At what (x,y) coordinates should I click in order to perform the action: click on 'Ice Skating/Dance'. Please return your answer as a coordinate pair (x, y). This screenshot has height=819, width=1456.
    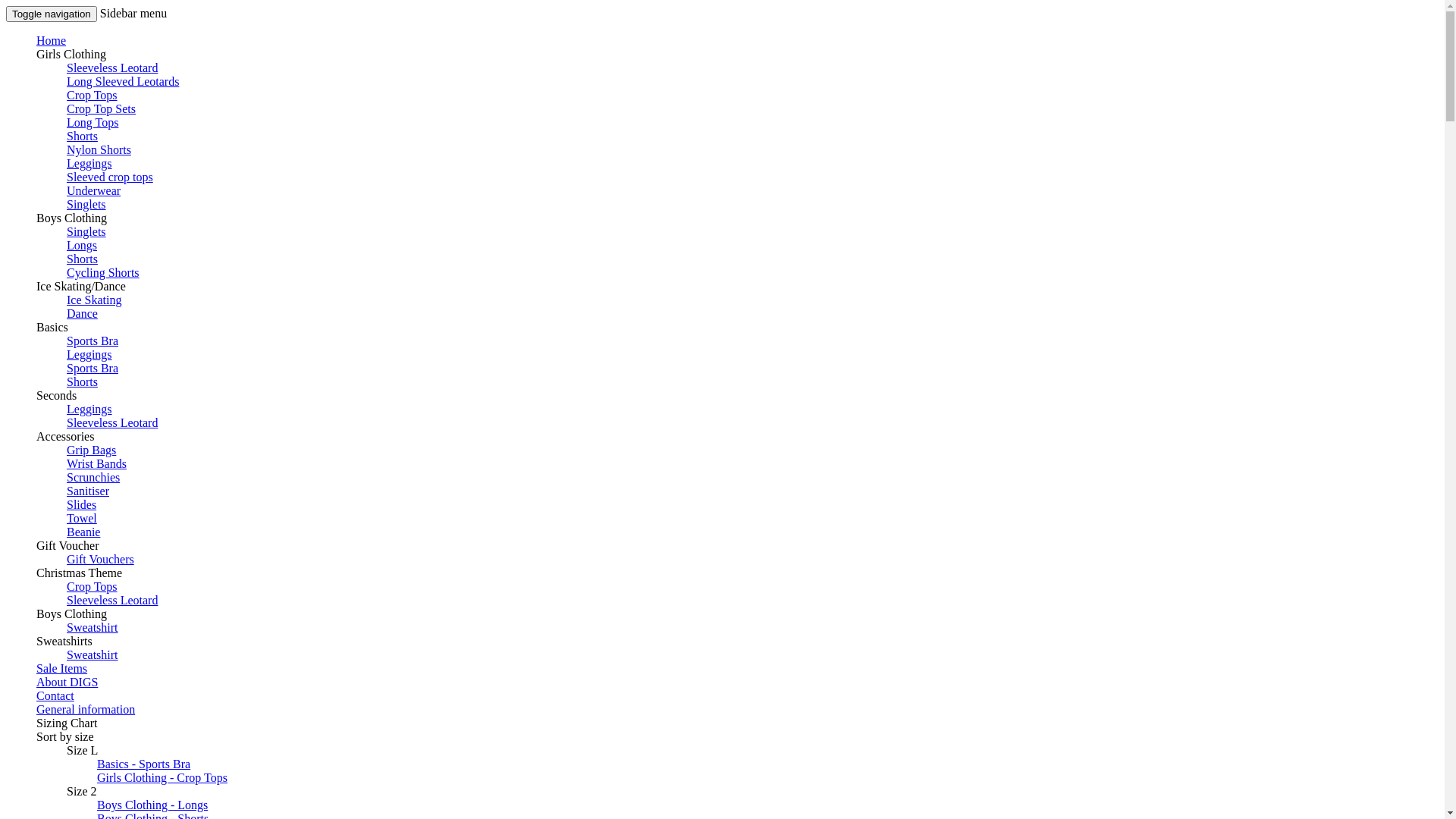
    Looking at the image, I should click on (80, 286).